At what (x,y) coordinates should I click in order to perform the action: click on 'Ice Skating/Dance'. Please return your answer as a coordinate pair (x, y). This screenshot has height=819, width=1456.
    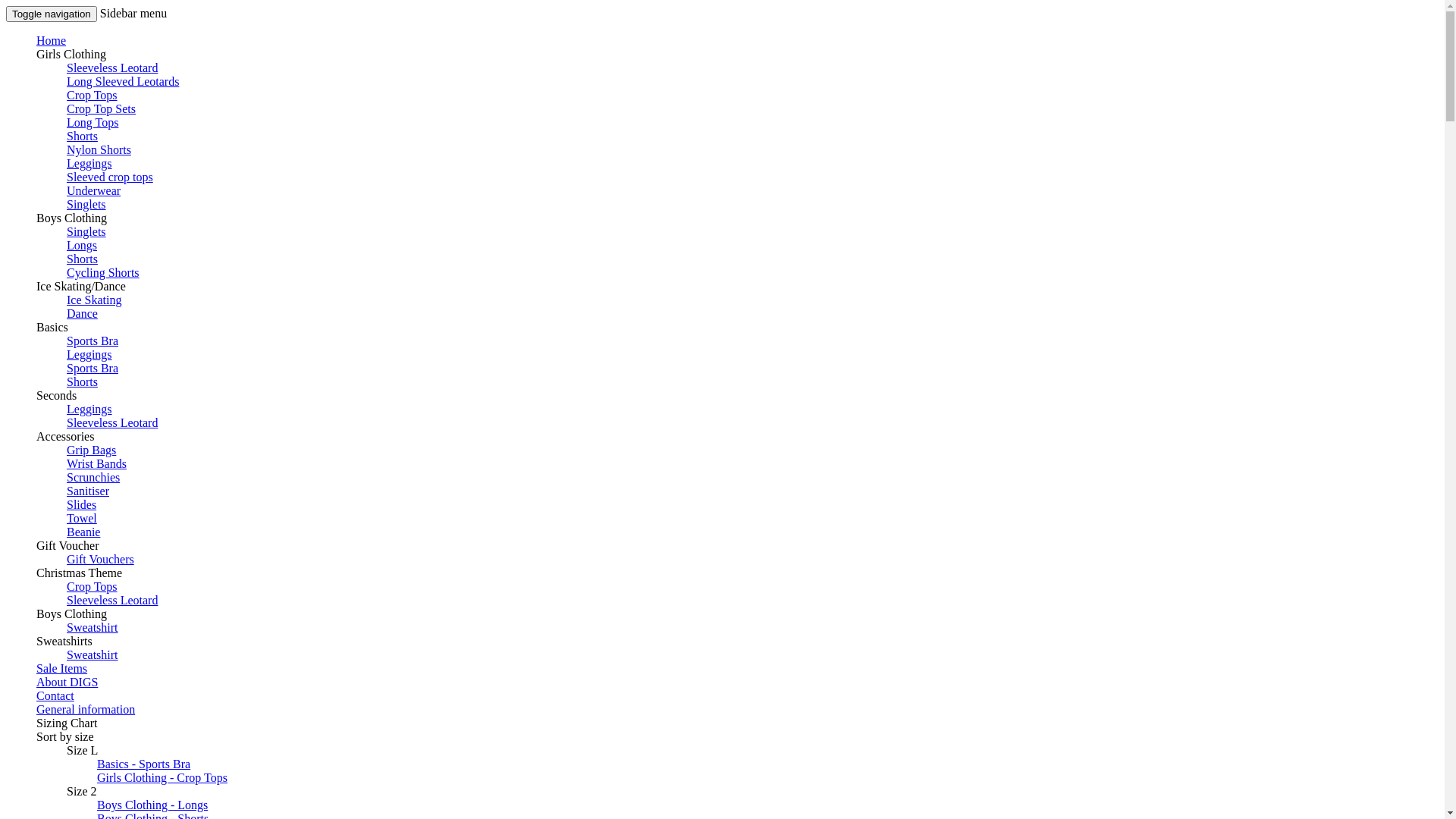
    Looking at the image, I should click on (80, 286).